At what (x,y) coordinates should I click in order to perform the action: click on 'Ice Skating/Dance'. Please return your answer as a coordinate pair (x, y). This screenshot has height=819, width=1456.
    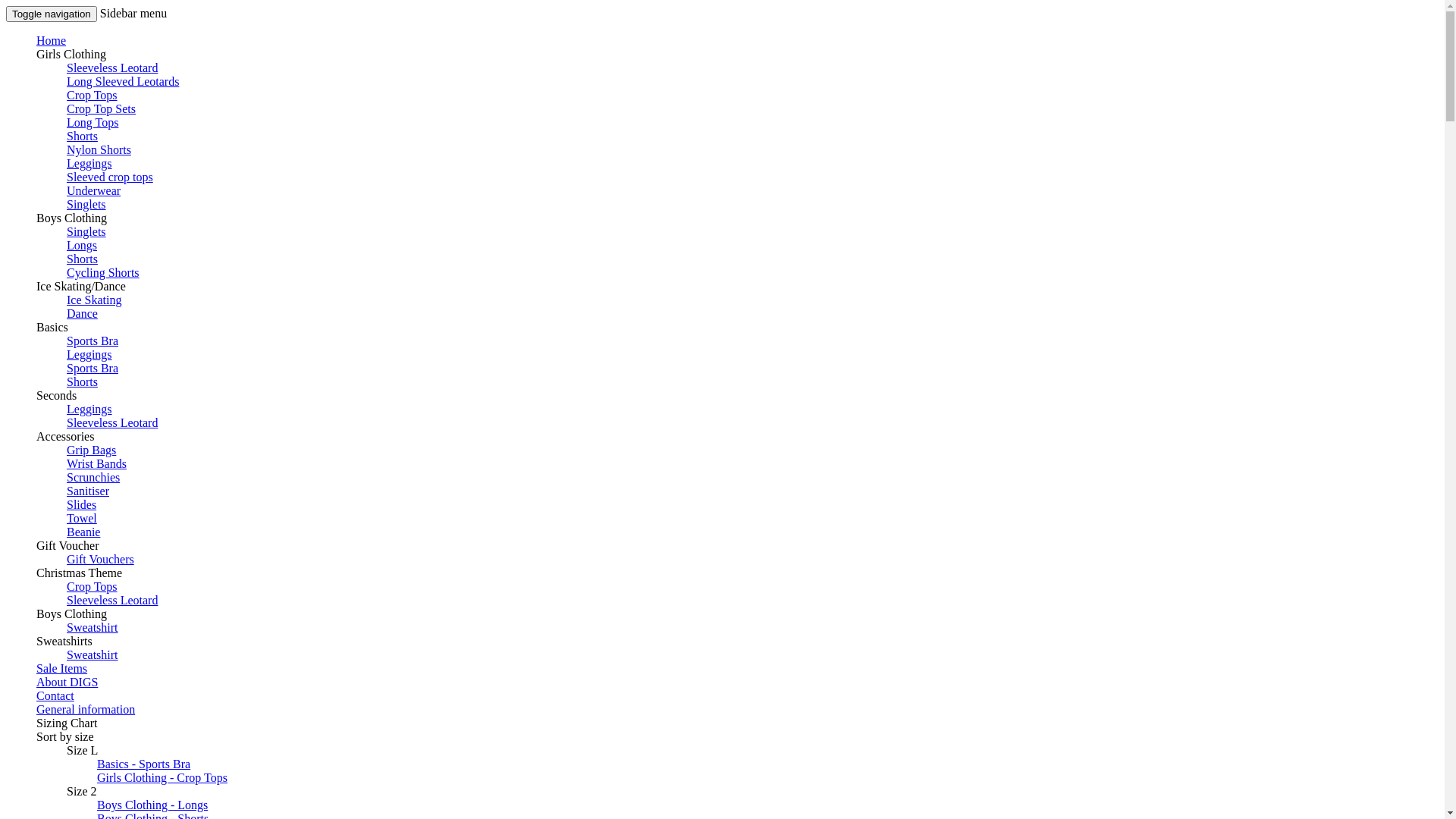
    Looking at the image, I should click on (80, 286).